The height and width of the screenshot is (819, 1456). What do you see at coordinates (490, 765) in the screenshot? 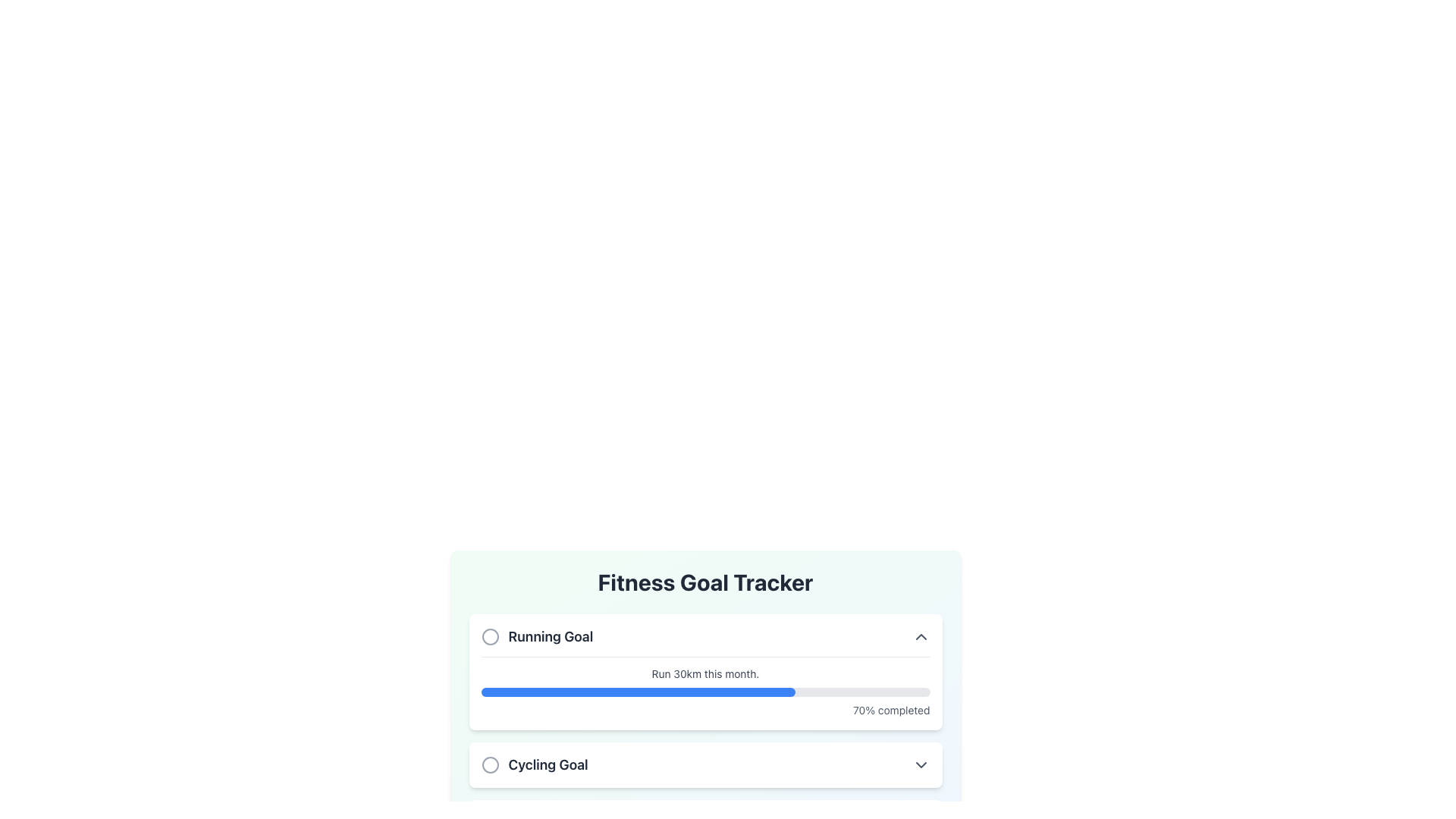
I see `the hollow circular icon with a gray stroke located beside the bold title text 'Cycling Goal'` at bounding box center [490, 765].